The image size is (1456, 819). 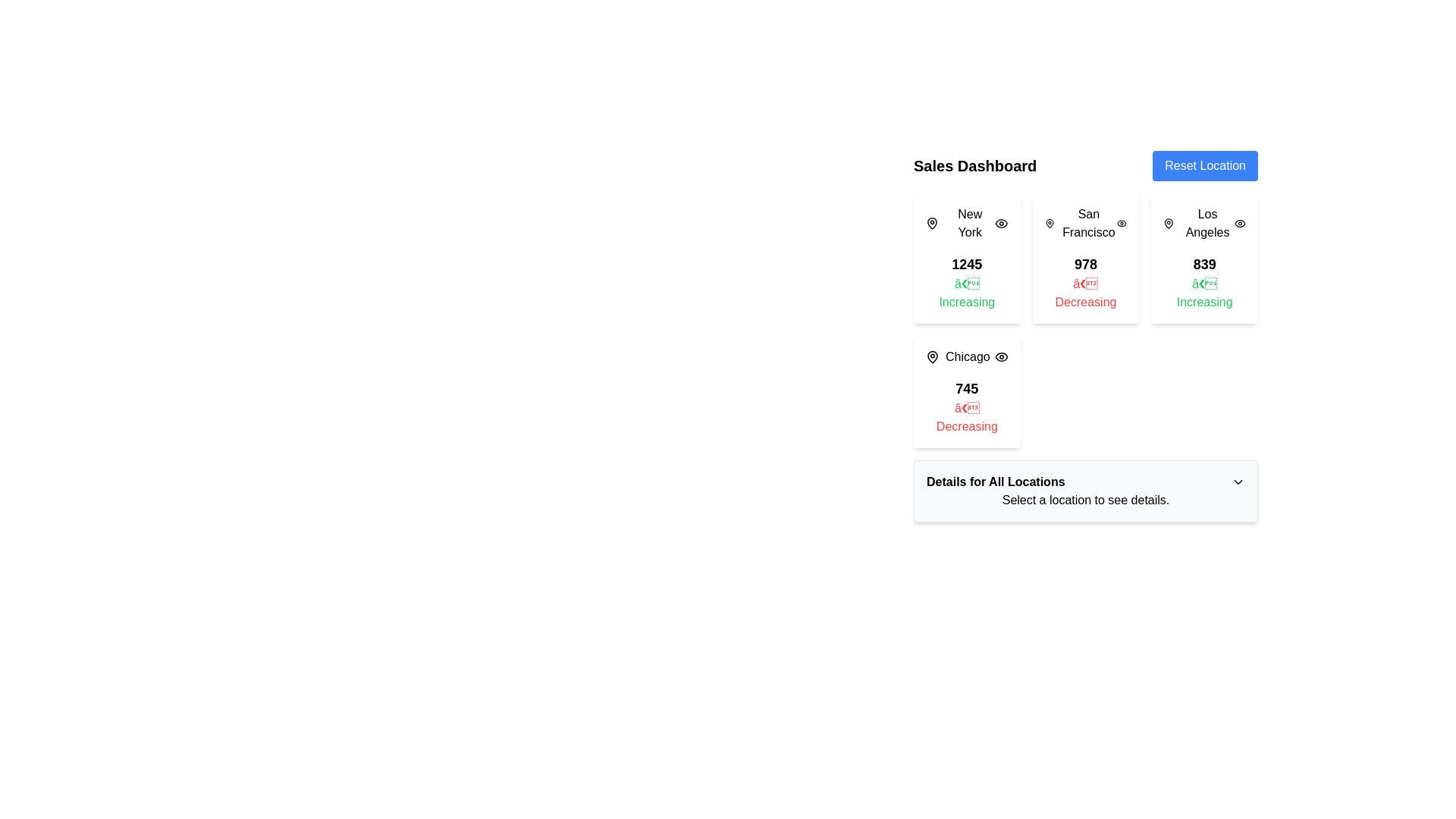 I want to click on the expand/collapse chevron icon located at the right end of the 'Details for All Locations' section to trigger potential hover effects, so click(x=1238, y=482).